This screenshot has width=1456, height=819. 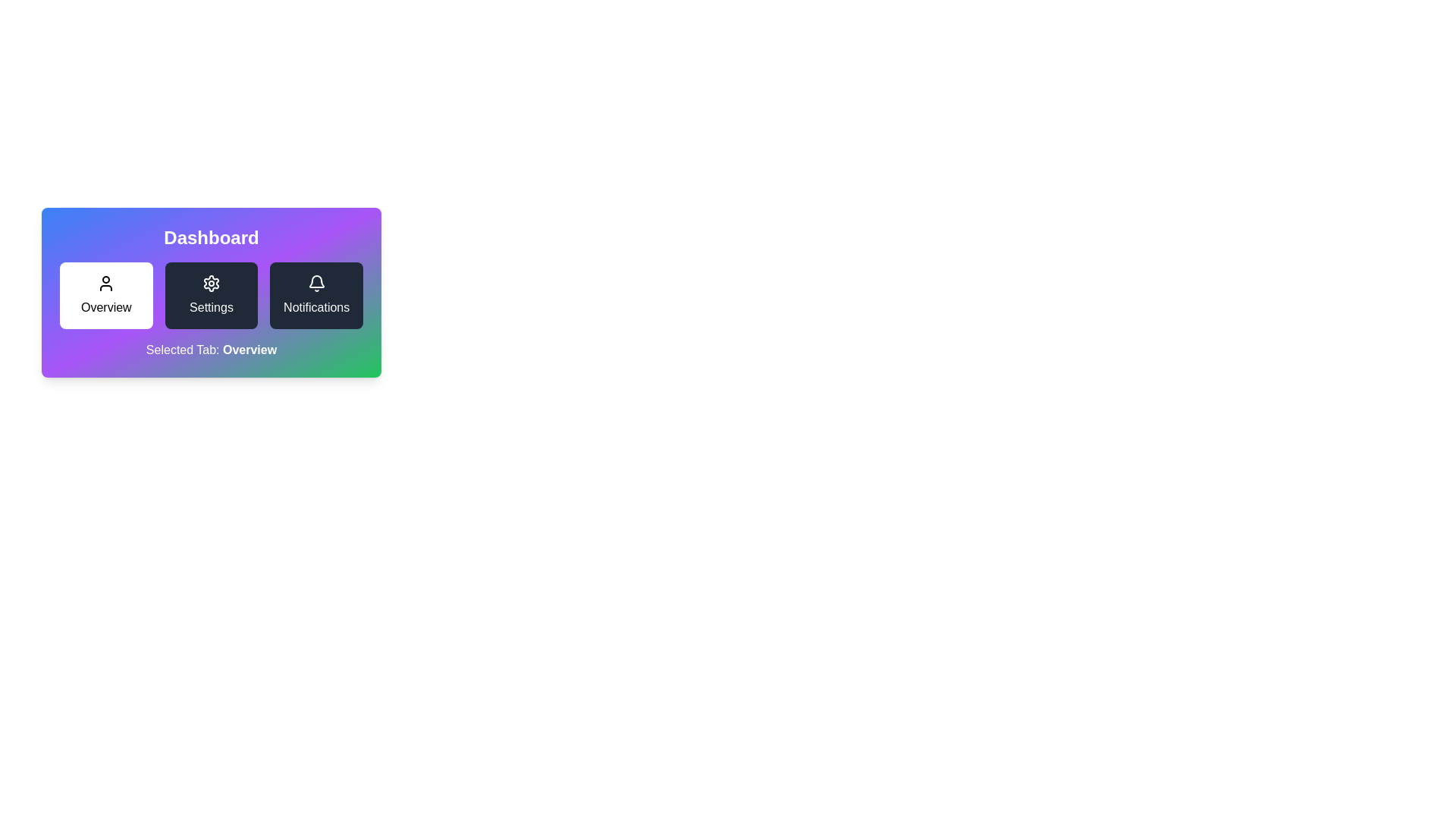 What do you see at coordinates (210, 292) in the screenshot?
I see `the dashboard navigation bar option` at bounding box center [210, 292].